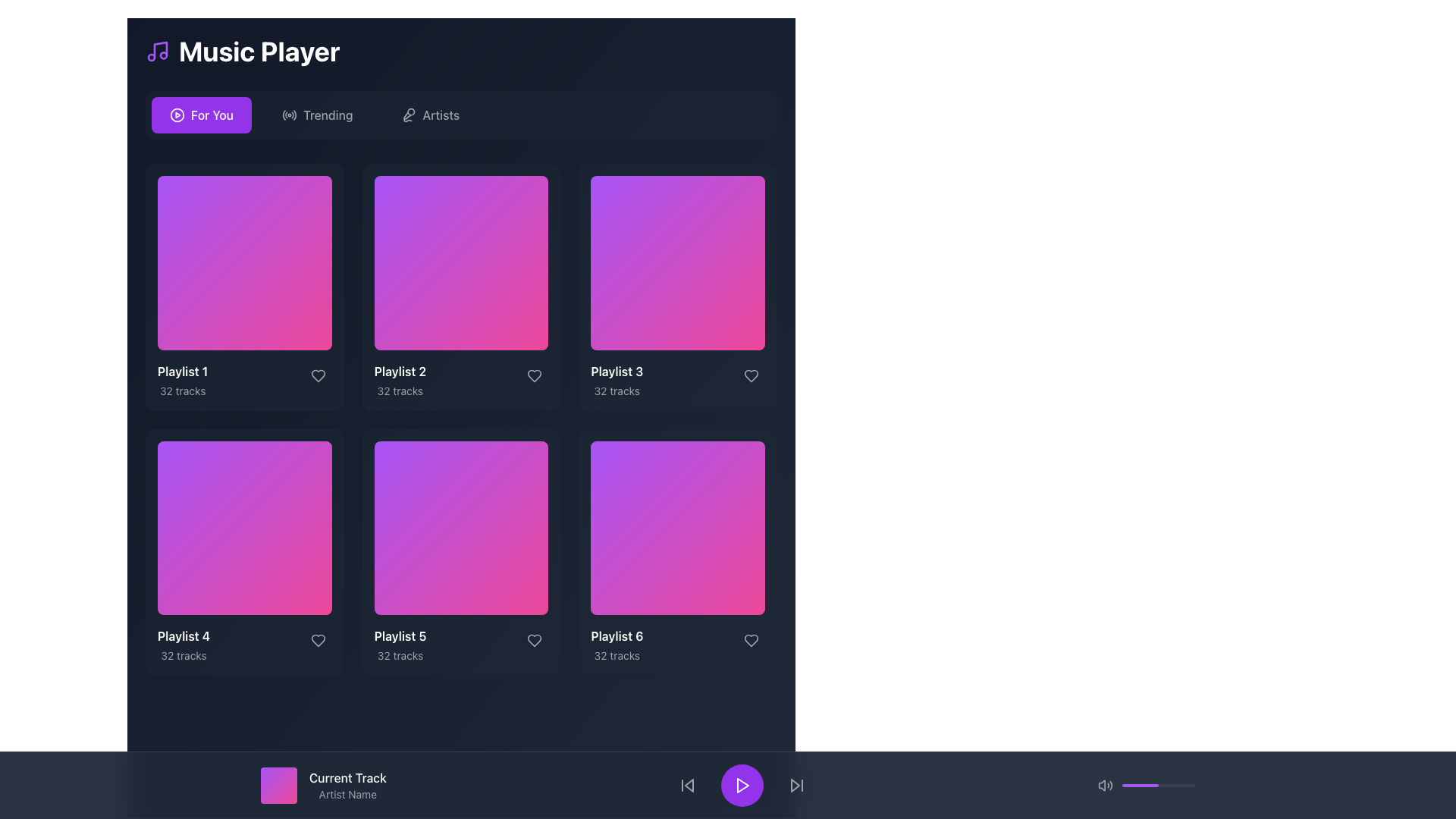  Describe the element at coordinates (535, 641) in the screenshot. I see `the second heart icon button in the bottom row` at that location.